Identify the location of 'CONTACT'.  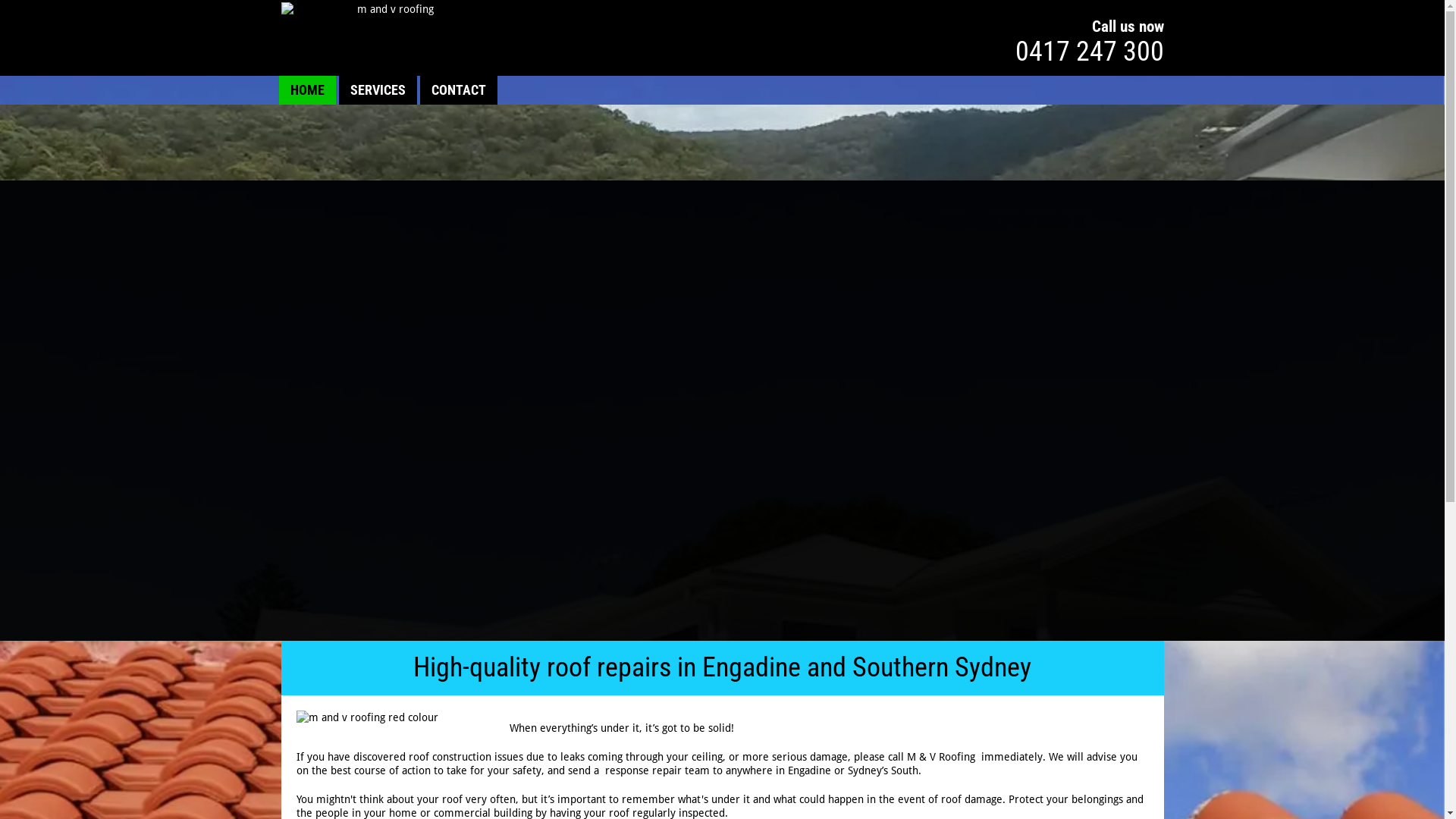
(457, 90).